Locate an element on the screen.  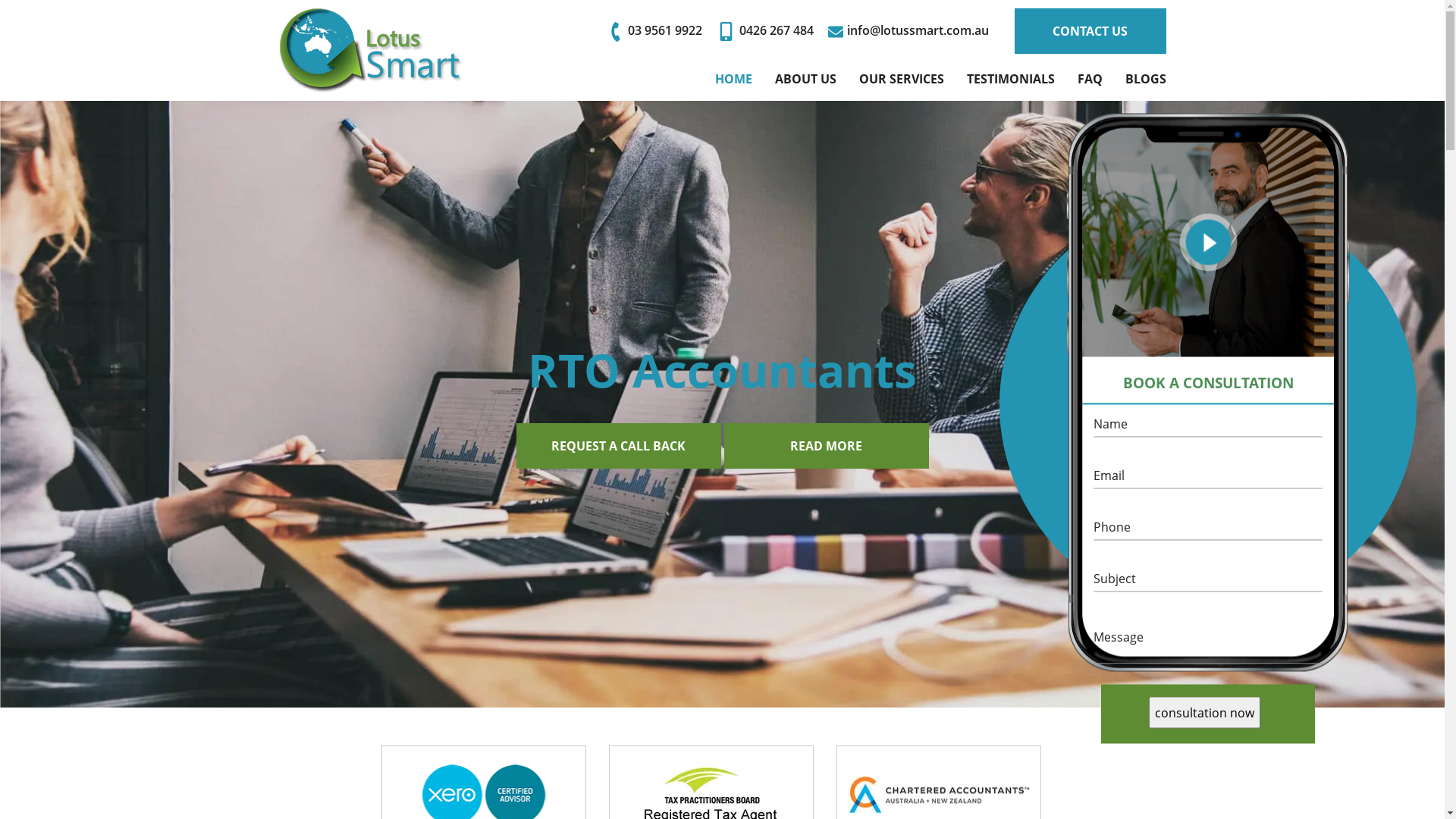
'OUR SERVICES' is located at coordinates (901, 79).